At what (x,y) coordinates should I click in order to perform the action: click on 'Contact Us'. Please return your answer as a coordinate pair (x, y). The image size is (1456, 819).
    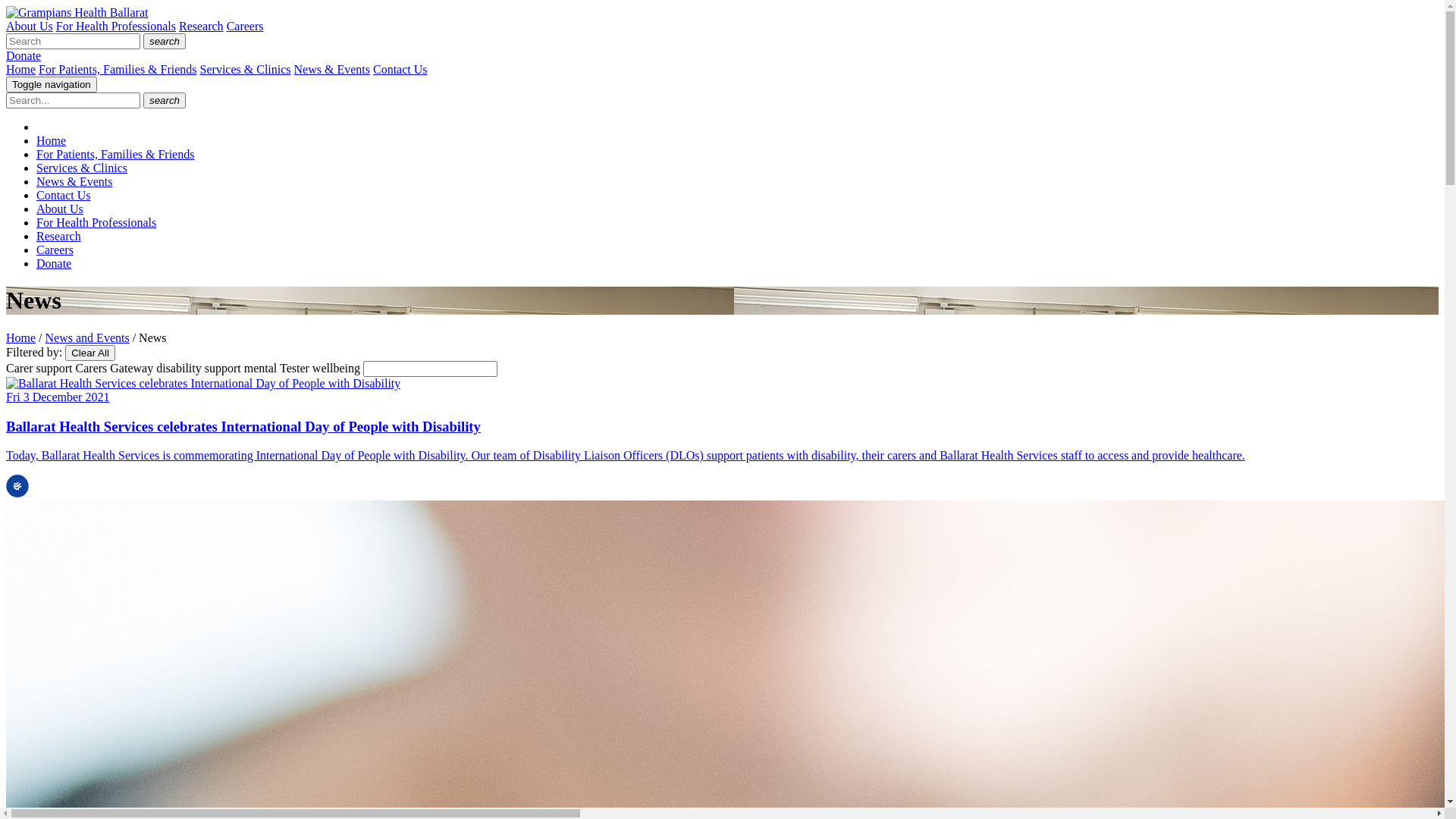
    Looking at the image, I should click on (400, 69).